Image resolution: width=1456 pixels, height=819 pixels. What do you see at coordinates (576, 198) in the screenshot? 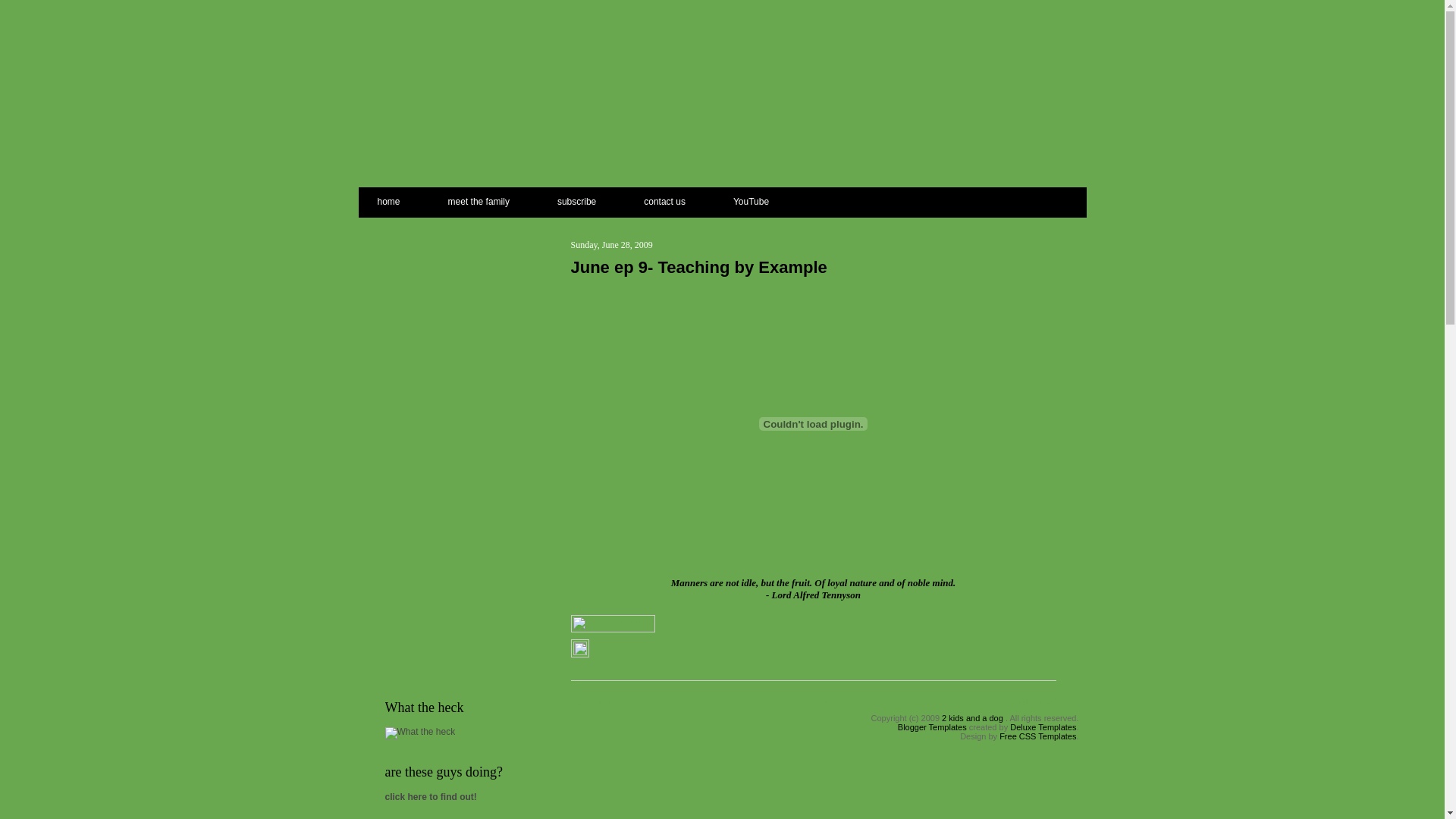
I see `'subscribe'` at bounding box center [576, 198].